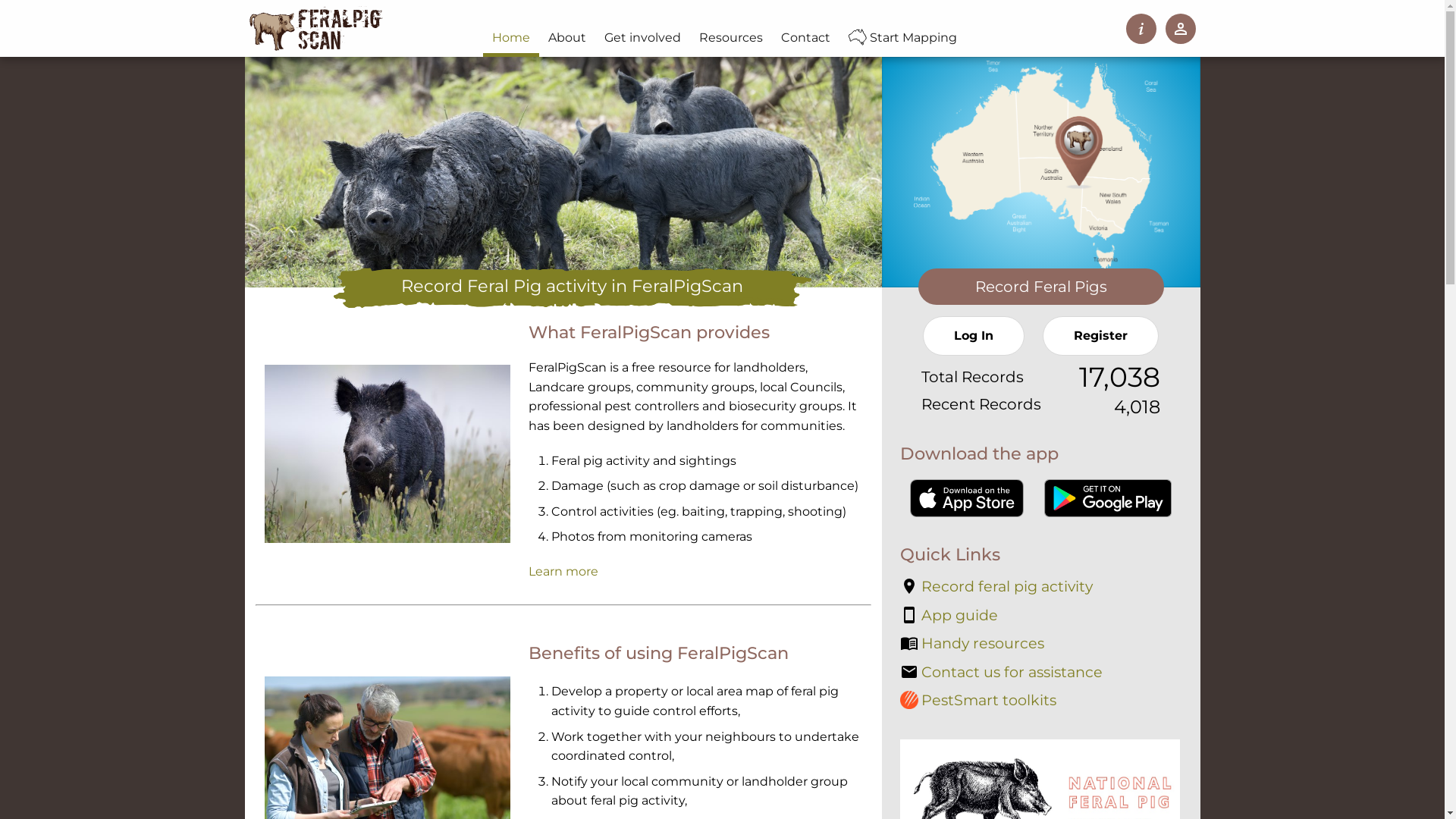 This screenshot has width=1456, height=819. Describe the element at coordinates (966, 497) in the screenshot. I see `'Download the FeralScan App on the App Store'` at that location.